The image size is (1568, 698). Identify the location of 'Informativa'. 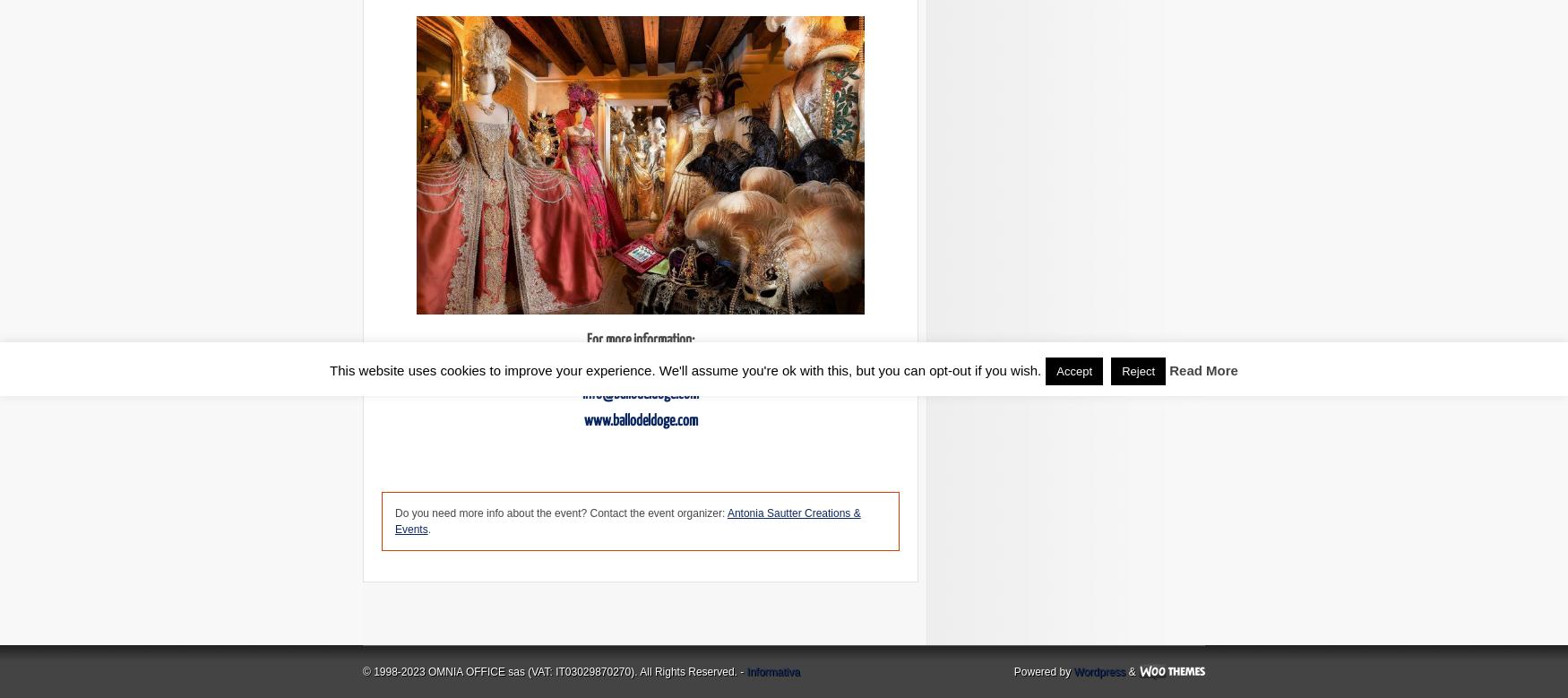
(772, 671).